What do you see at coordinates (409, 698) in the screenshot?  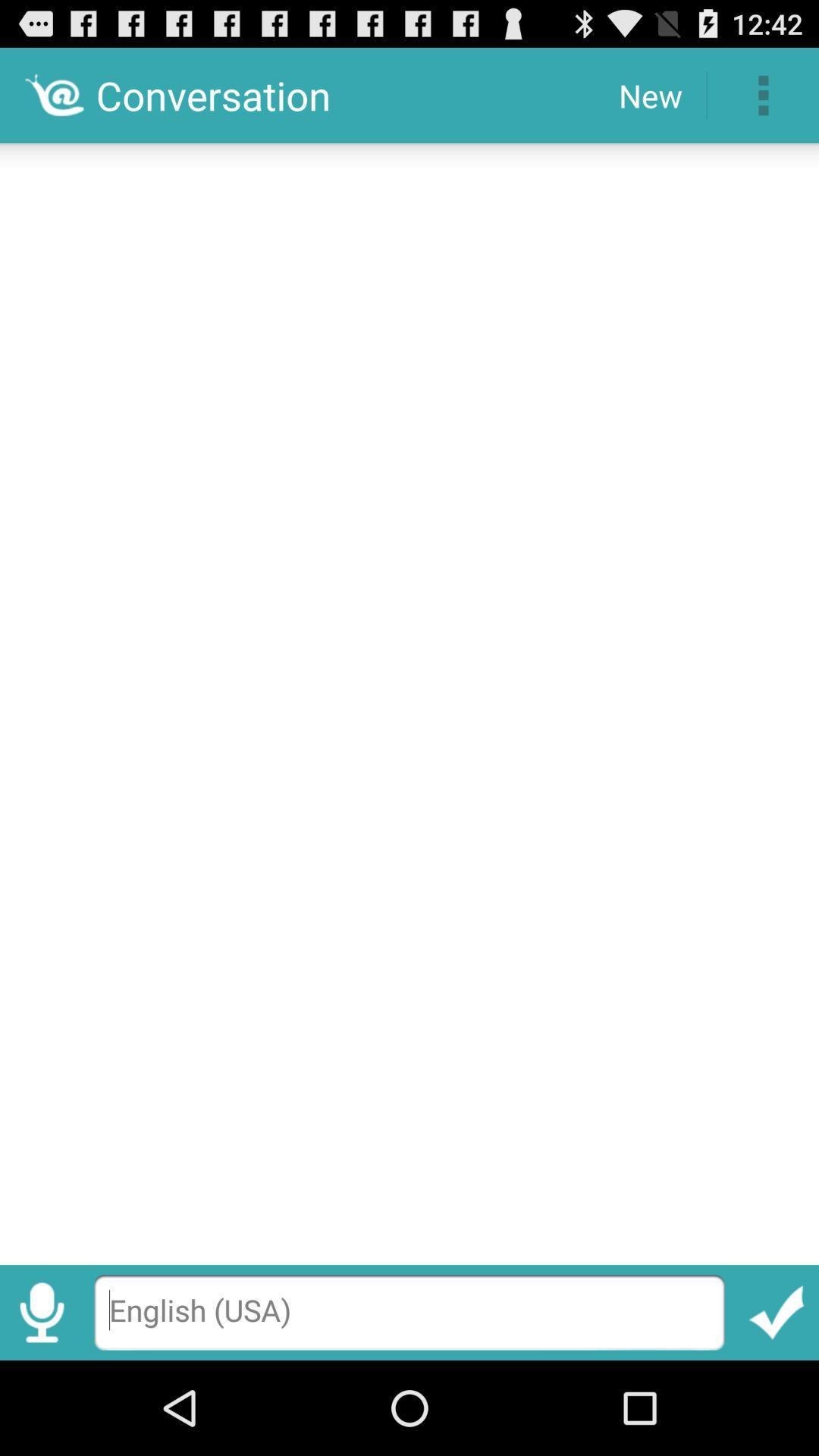 I see `box where chat conversation will be able to be read` at bounding box center [409, 698].